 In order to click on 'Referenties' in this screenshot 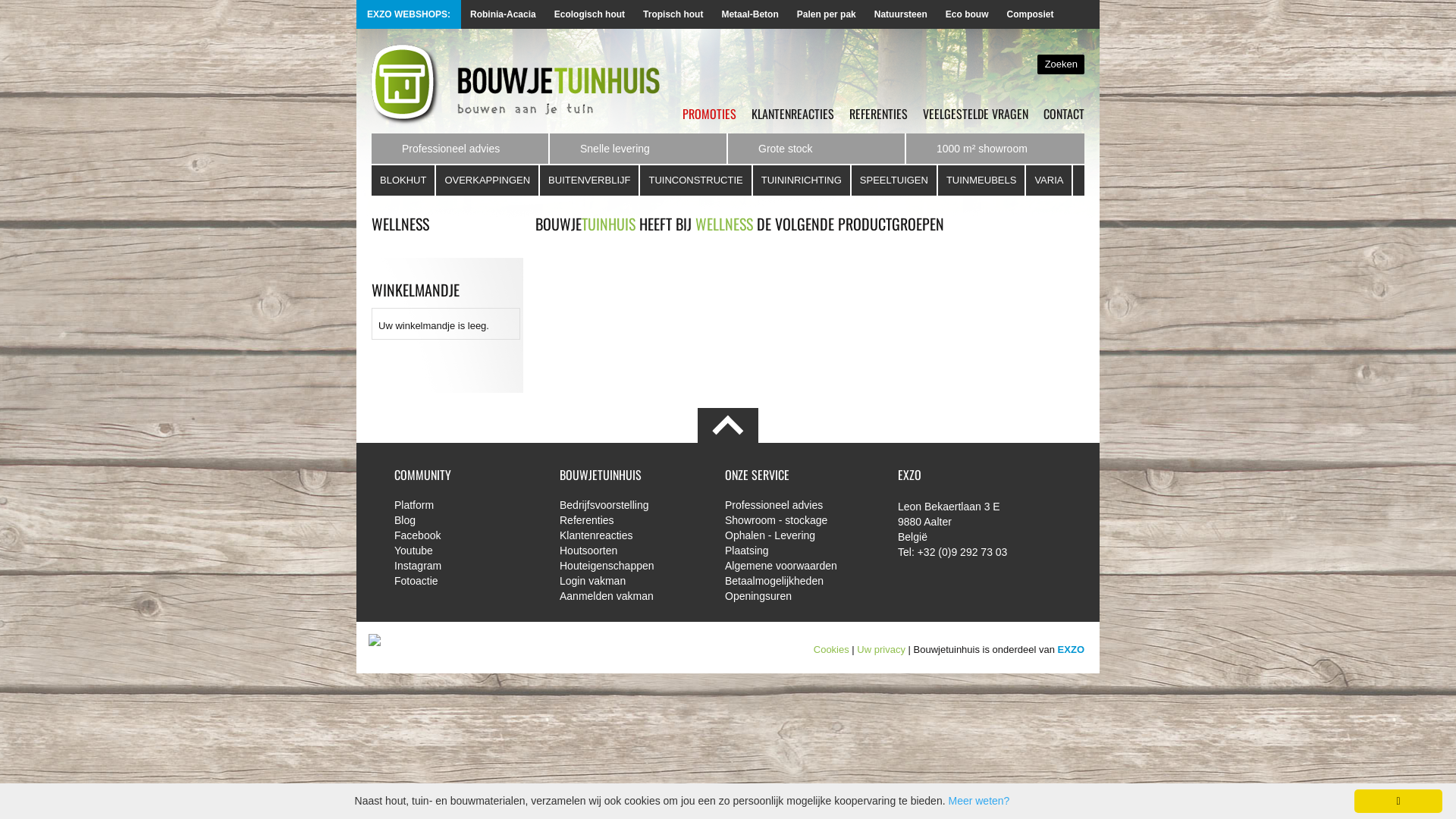, I will do `click(559, 519)`.